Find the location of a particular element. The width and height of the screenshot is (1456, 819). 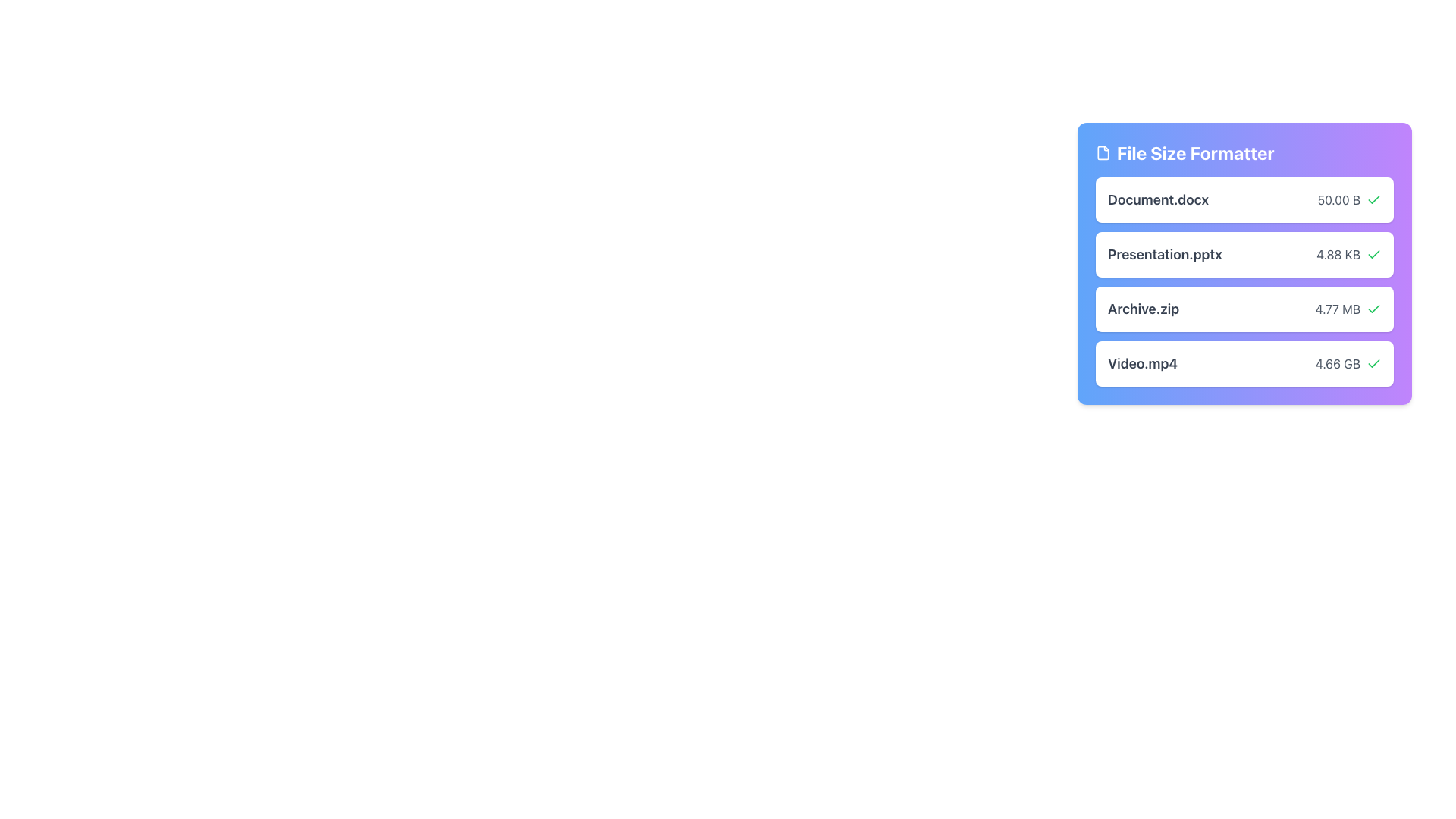

file information displayed in the first list item of the 'File Size Formatter' panel, which includes the file name 'Document.docx' and its size '50.00 B' is located at coordinates (1244, 199).